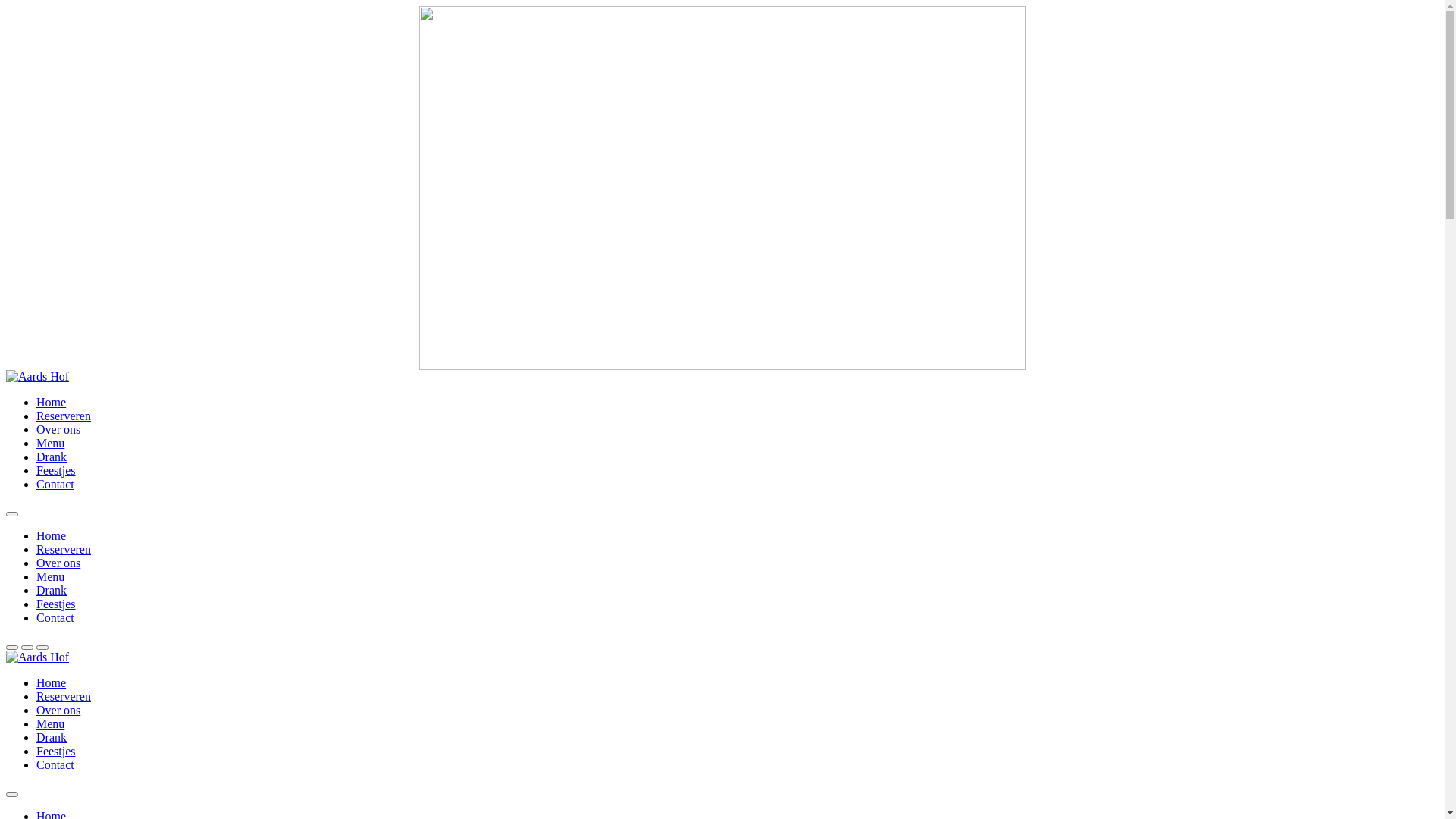 The width and height of the screenshot is (1456, 819). Describe the element at coordinates (36, 416) in the screenshot. I see `'Reserveren'` at that location.